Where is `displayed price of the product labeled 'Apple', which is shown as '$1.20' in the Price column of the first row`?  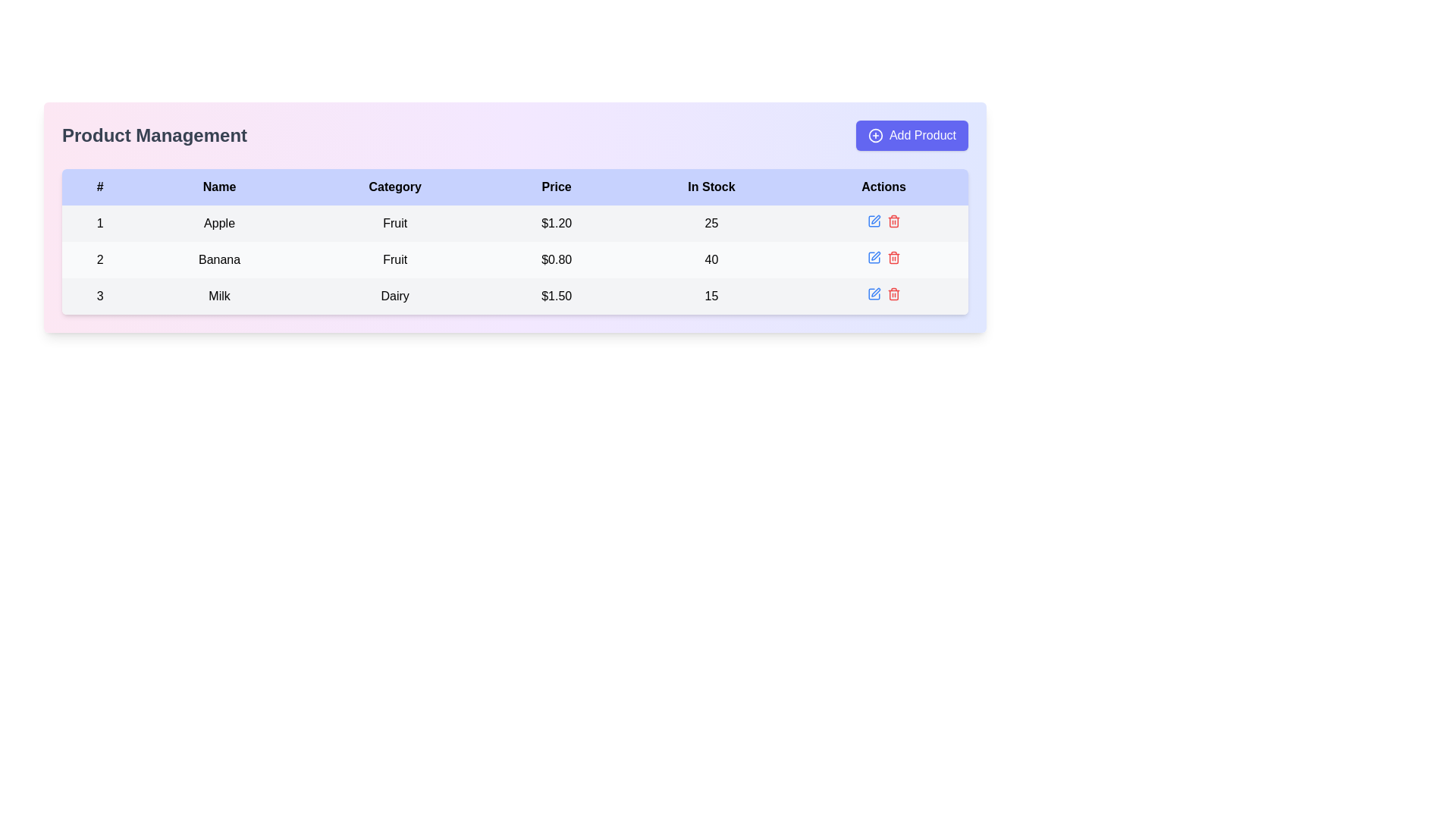
displayed price of the product labeled 'Apple', which is shown as '$1.20' in the Price column of the first row is located at coordinates (556, 223).